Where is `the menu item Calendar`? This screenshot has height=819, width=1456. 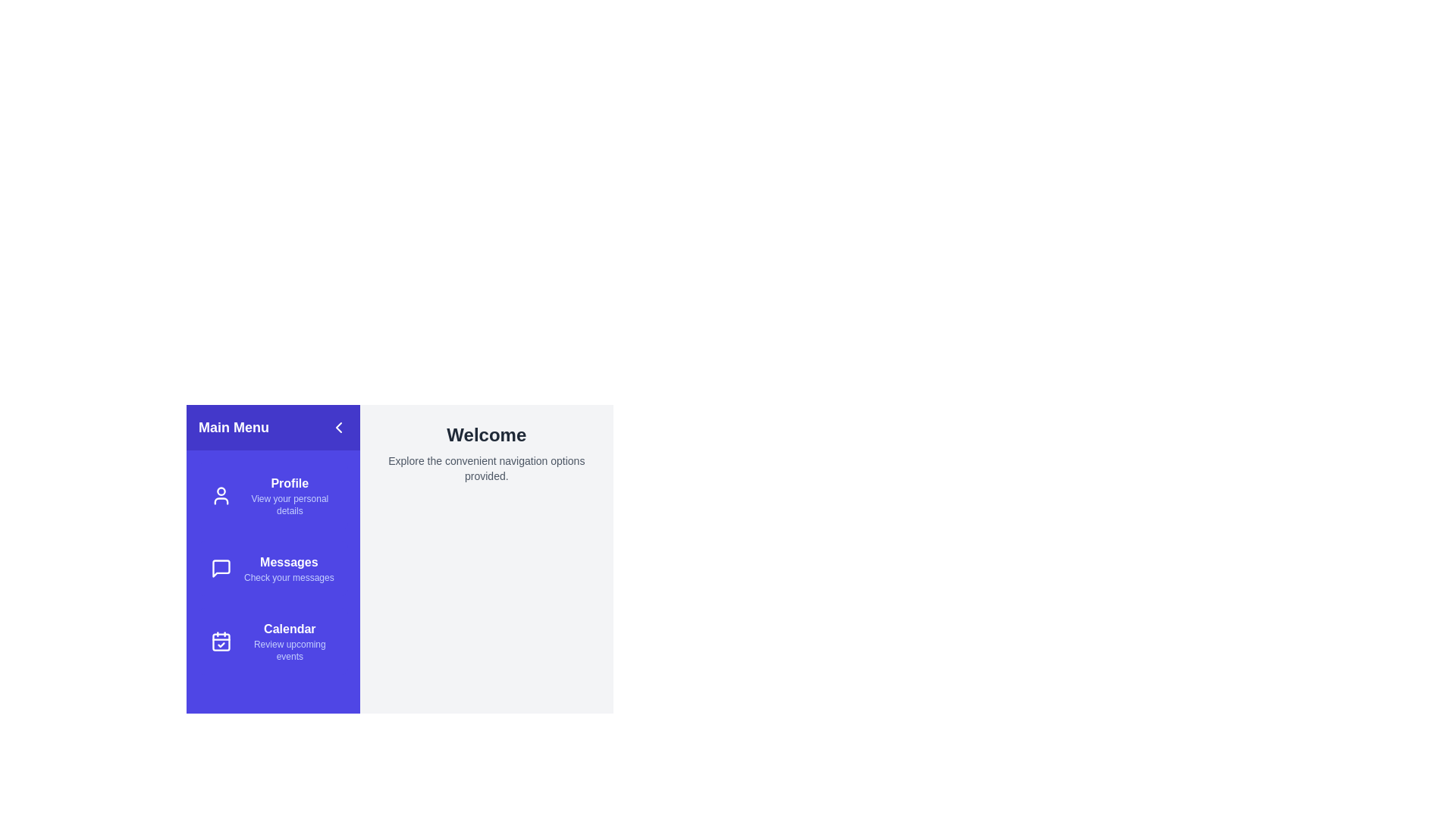 the menu item Calendar is located at coordinates (273, 641).